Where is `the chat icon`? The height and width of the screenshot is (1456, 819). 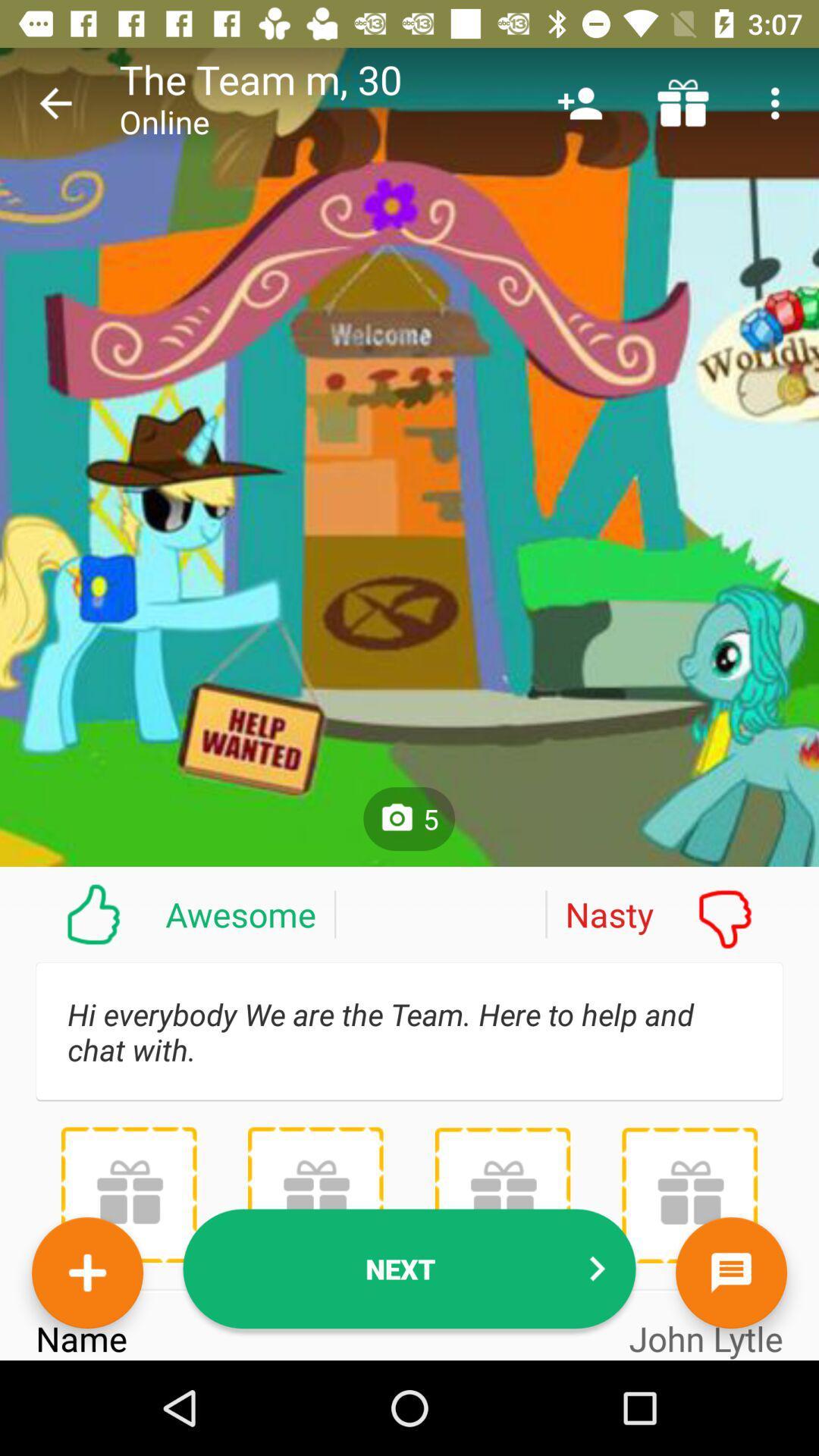
the chat icon is located at coordinates (730, 1272).